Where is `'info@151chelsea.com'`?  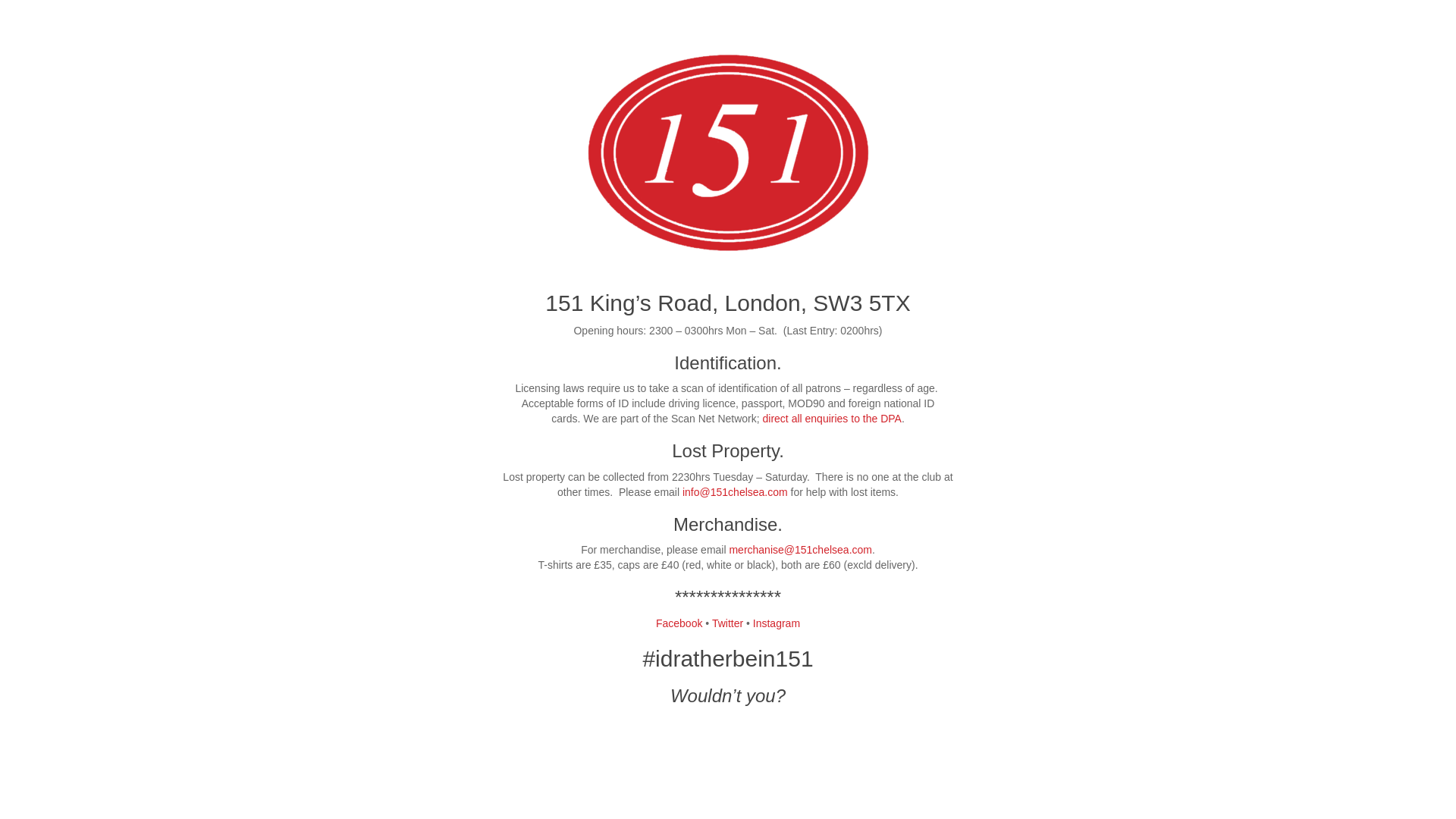 'info@151chelsea.com' is located at coordinates (735, 491).